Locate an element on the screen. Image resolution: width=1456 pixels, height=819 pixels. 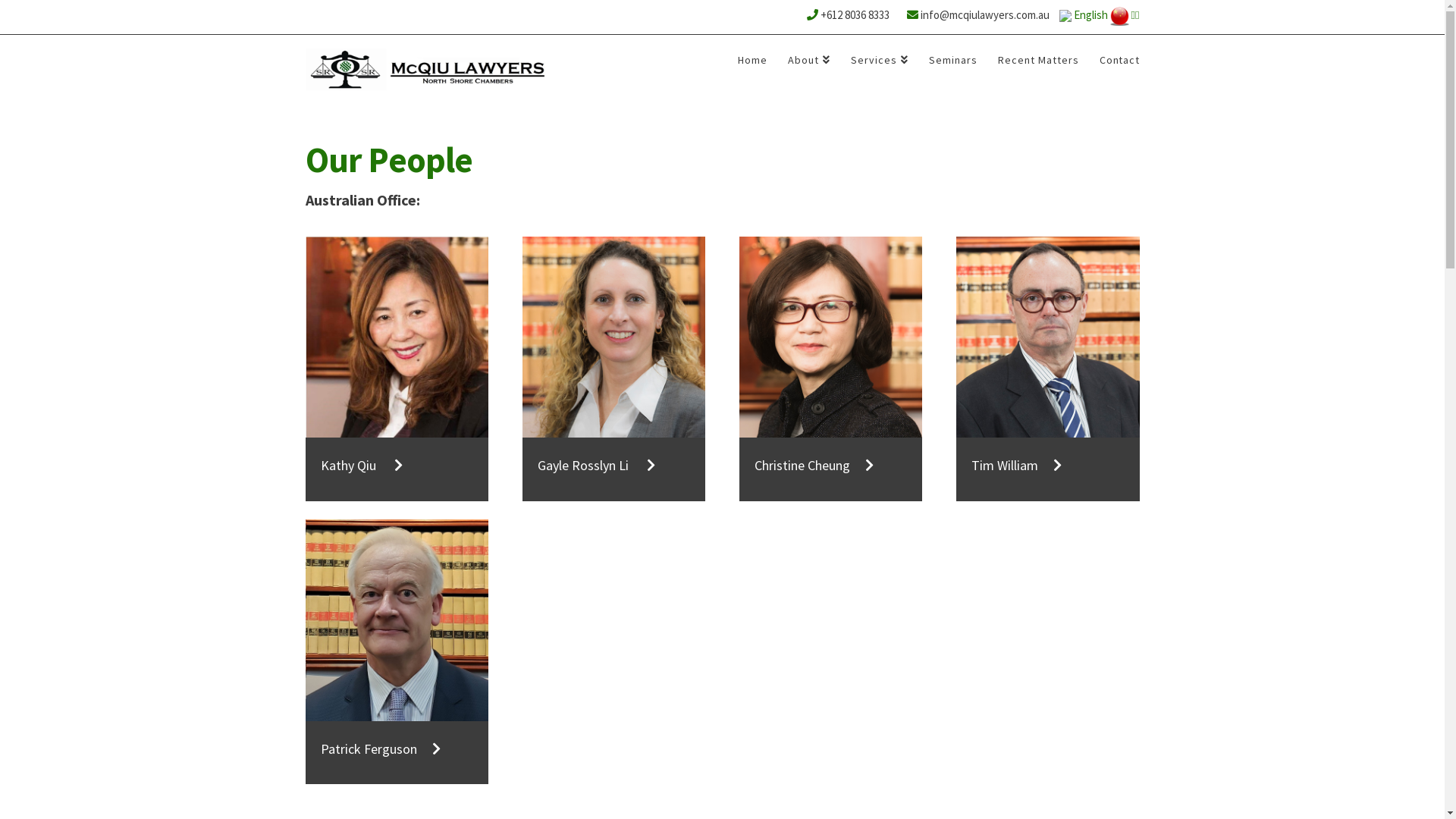
'Seminars' is located at coordinates (952, 64).